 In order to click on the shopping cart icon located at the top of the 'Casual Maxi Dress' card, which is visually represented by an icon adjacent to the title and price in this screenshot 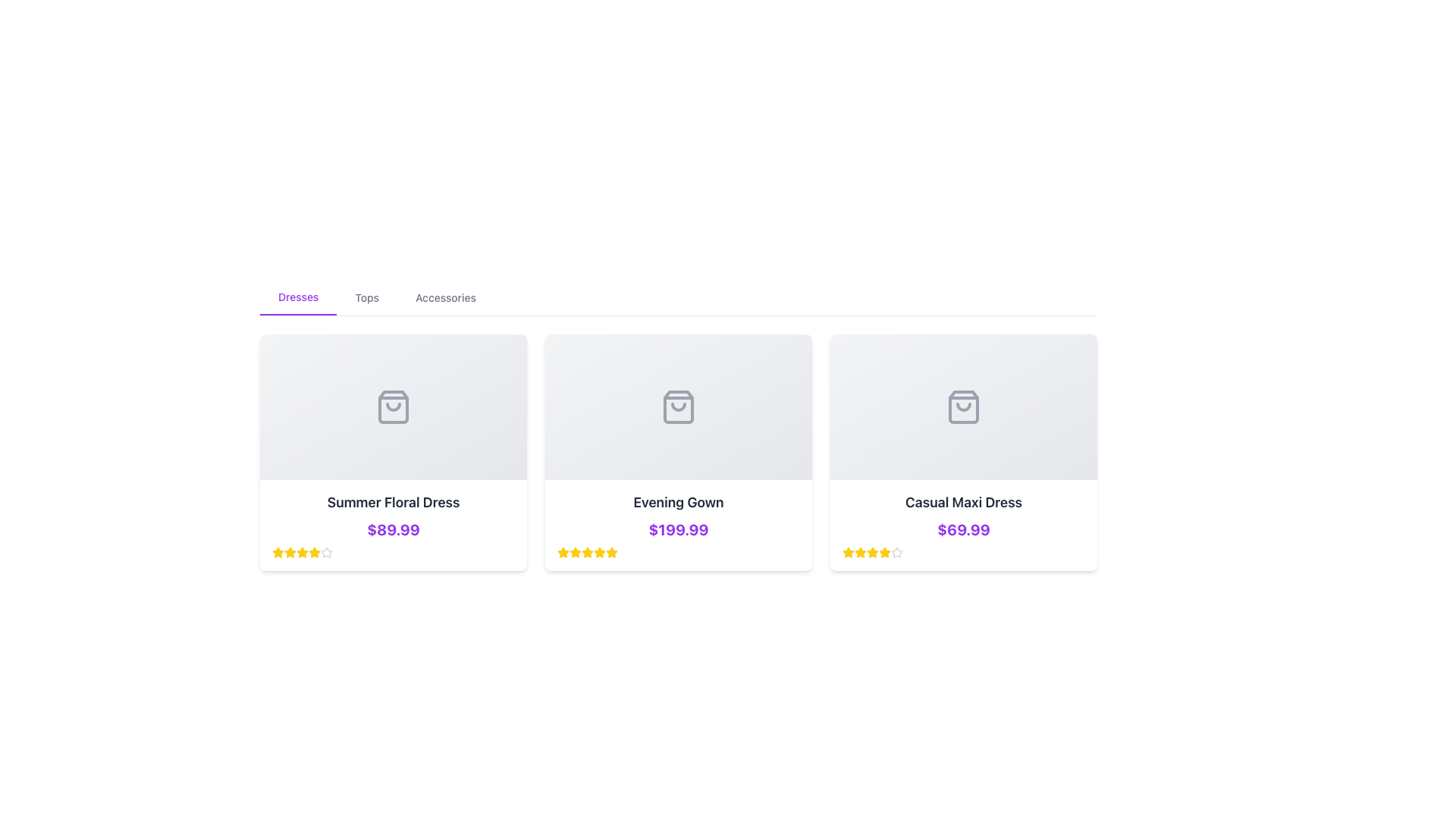, I will do `click(963, 406)`.